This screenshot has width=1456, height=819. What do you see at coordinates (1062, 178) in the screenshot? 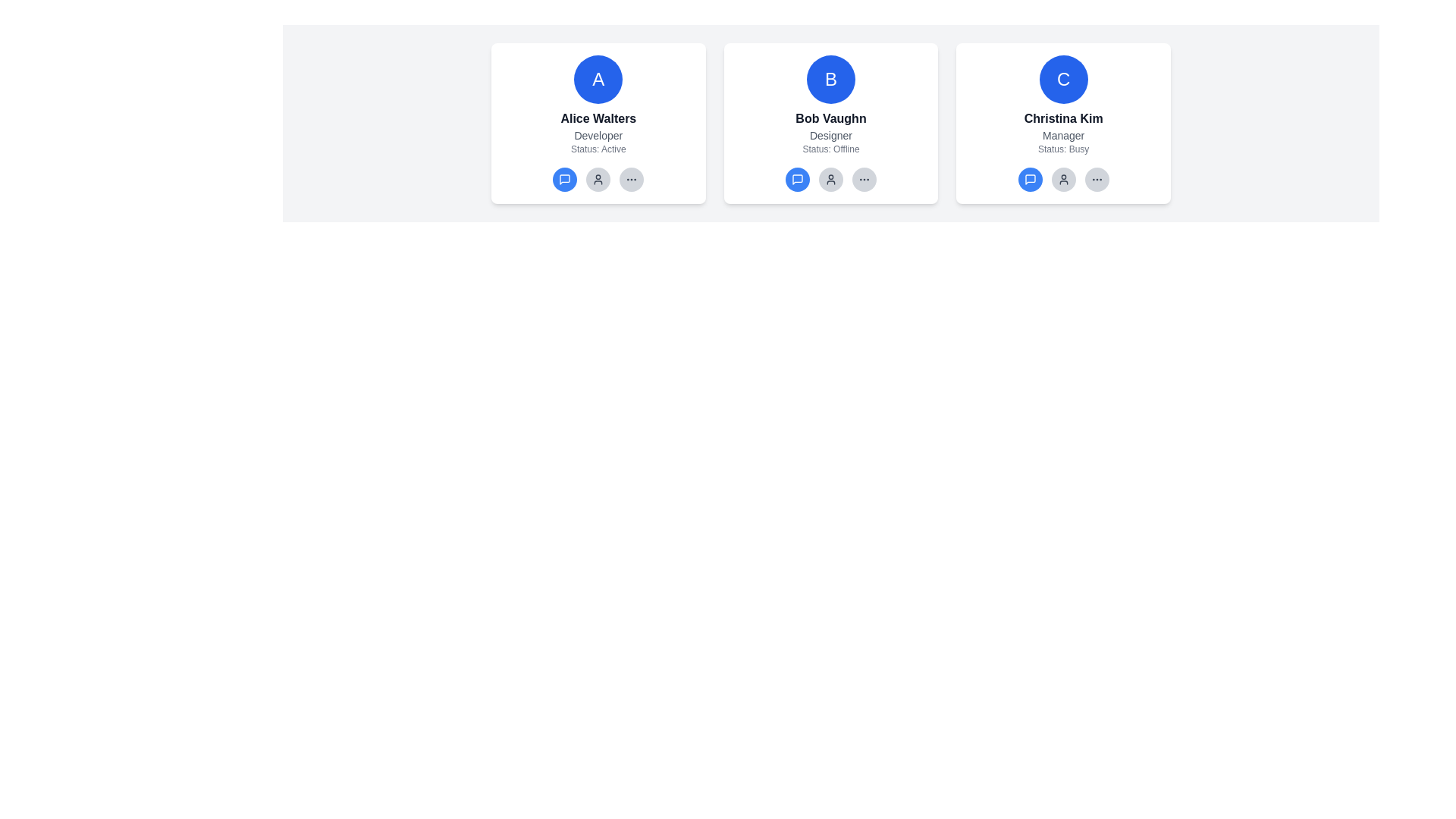
I see `the circular button with a user profile icon located to the right of the profile card labeled 'Christina Kim, Manager, Status: Busy', specifically the second button from the left in its row` at bounding box center [1062, 178].